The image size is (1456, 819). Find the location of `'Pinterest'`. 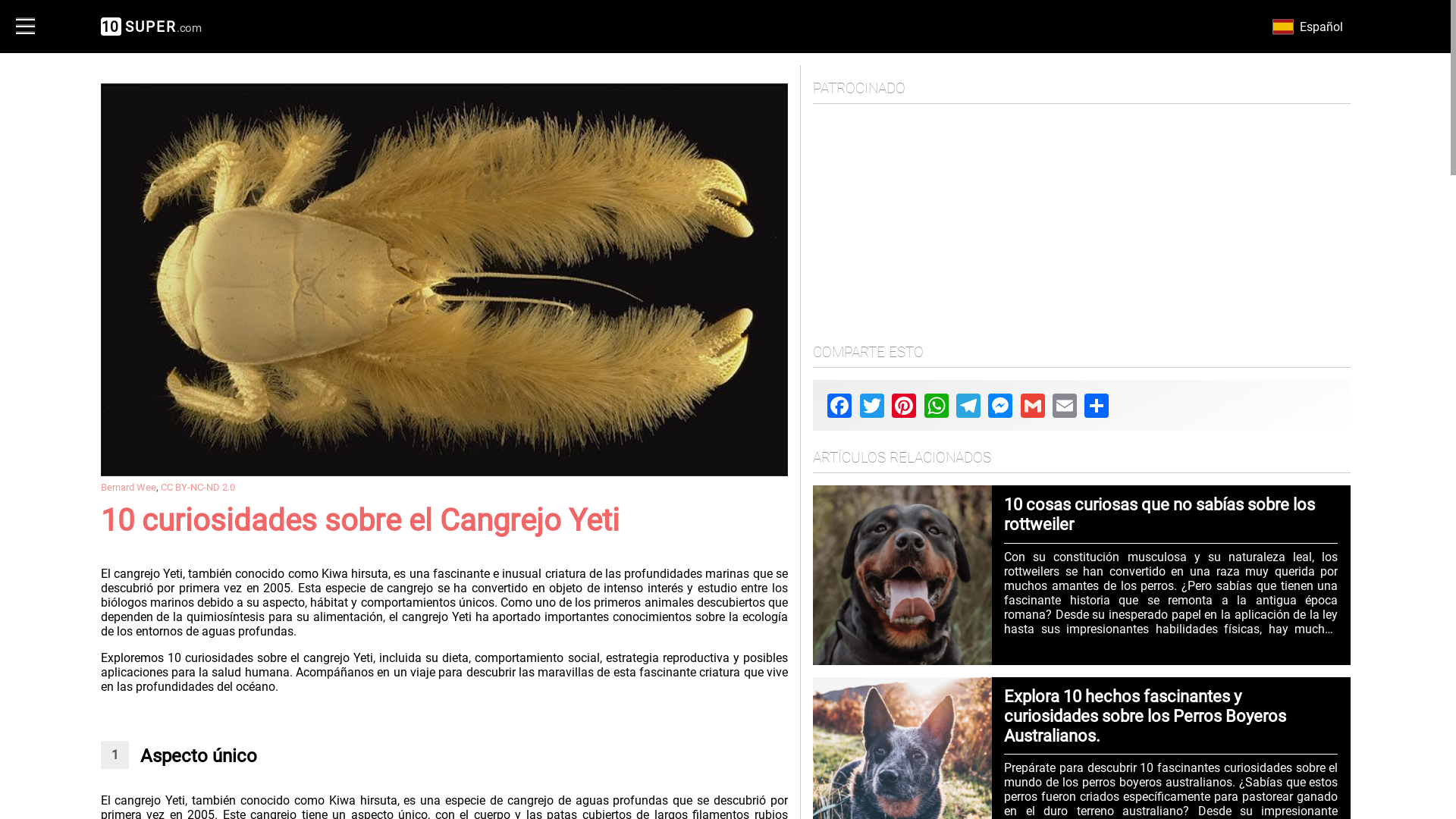

'Pinterest' is located at coordinates (903, 405).